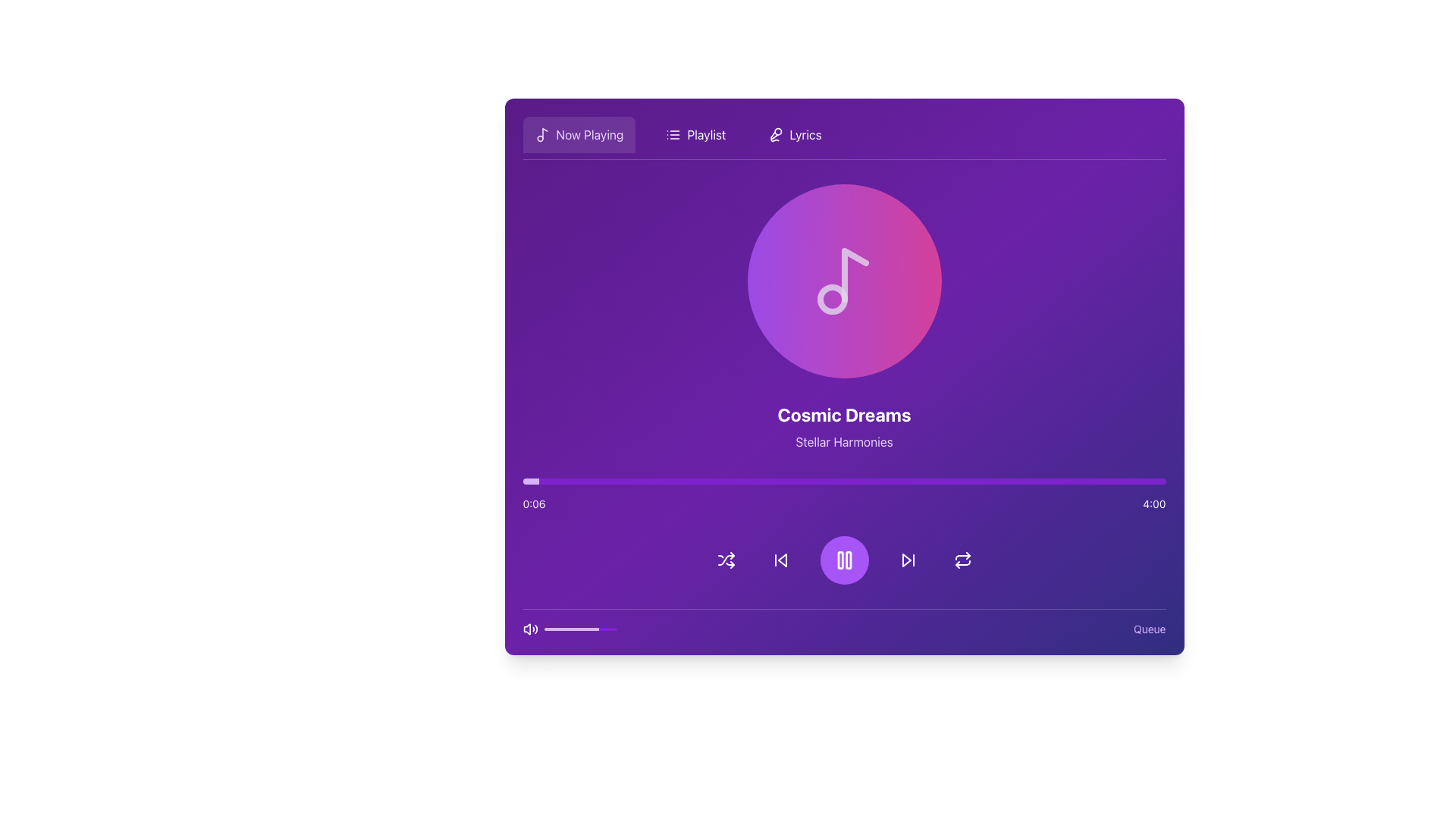 The image size is (1456, 819). Describe the element at coordinates (998, 482) in the screenshot. I see `playback progress` at that location.